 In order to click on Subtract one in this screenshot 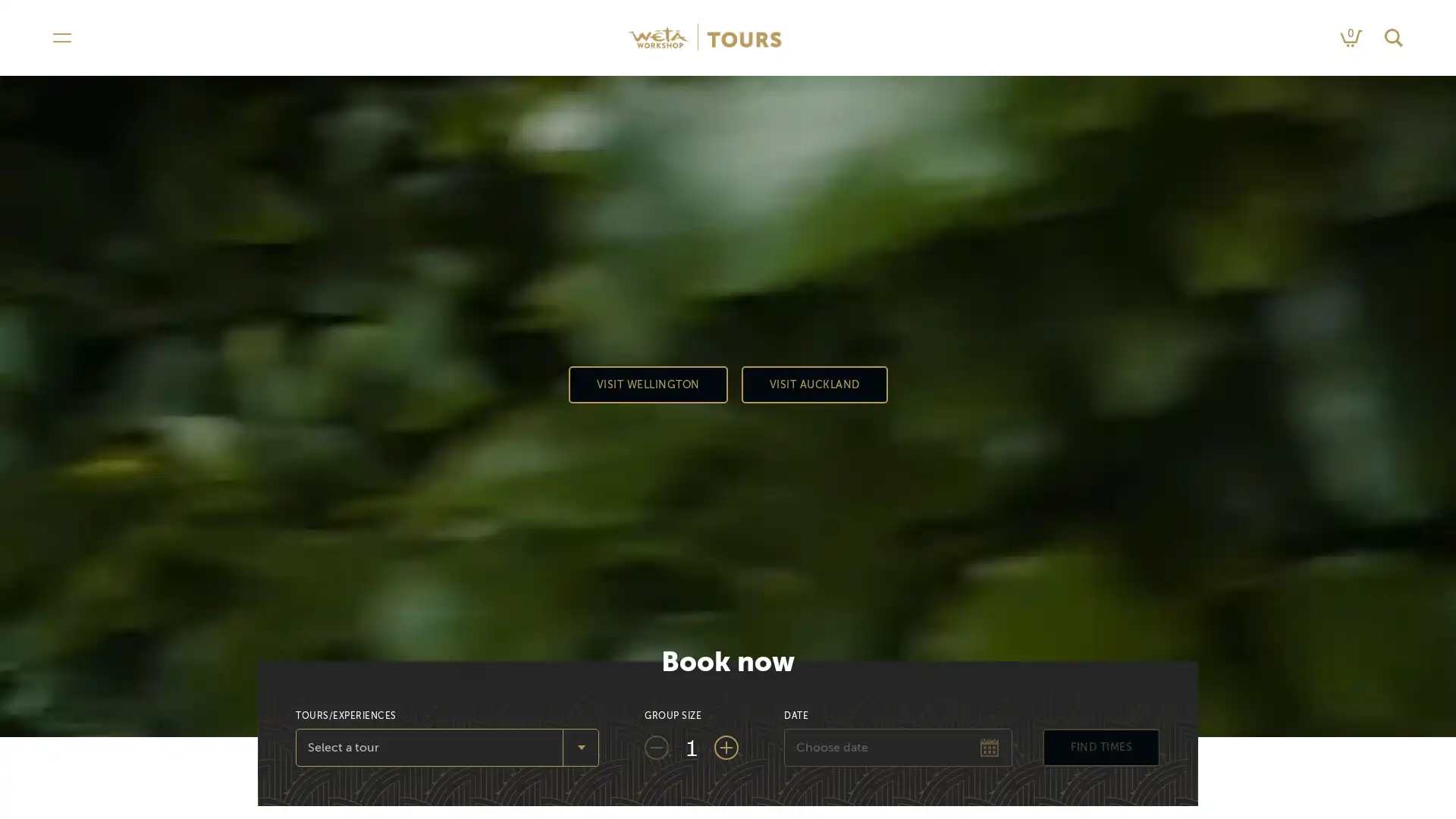, I will do `click(656, 745)`.